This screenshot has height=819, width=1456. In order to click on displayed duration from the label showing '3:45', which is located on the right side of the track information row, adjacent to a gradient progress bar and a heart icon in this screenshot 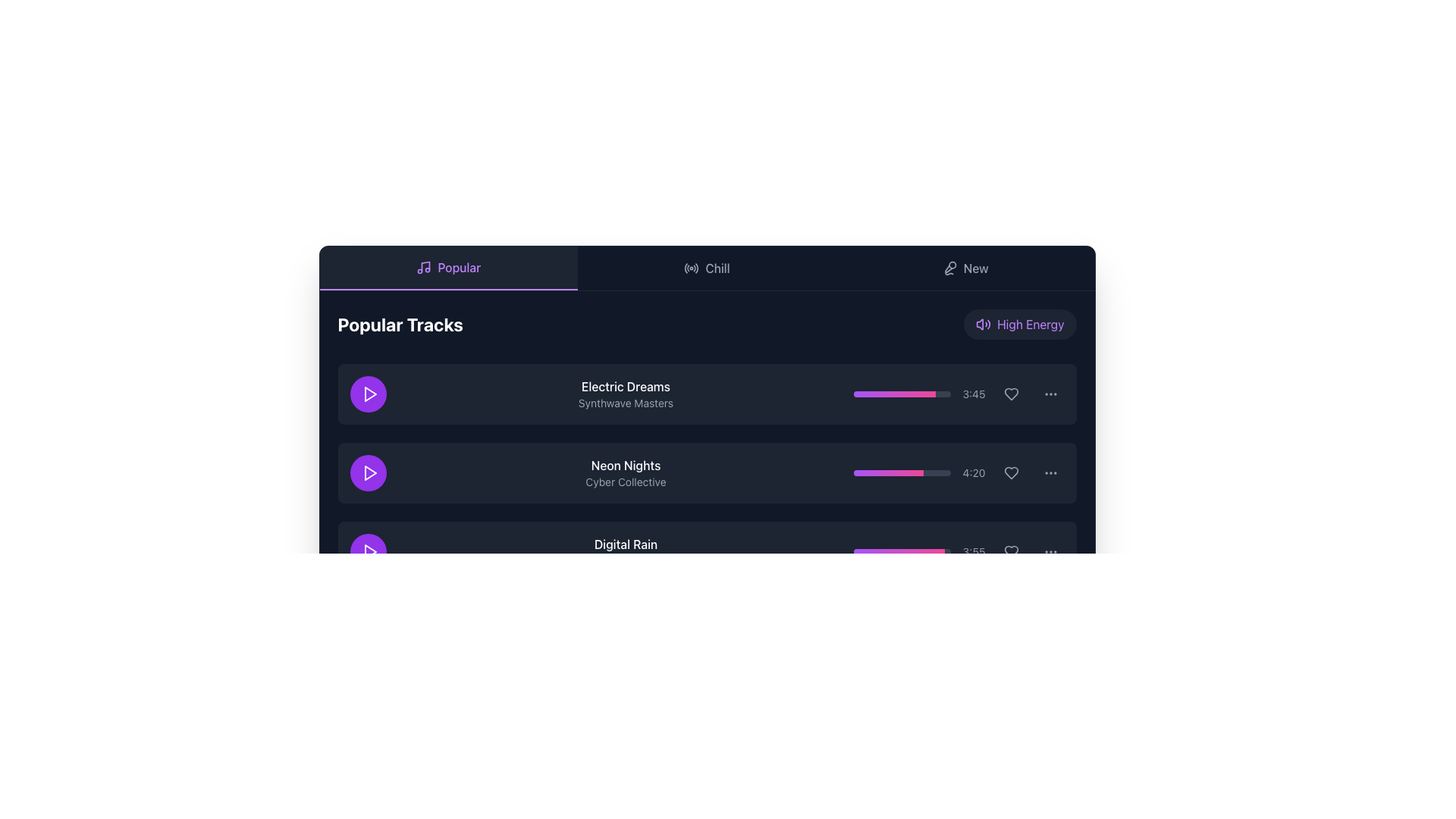, I will do `click(958, 394)`.